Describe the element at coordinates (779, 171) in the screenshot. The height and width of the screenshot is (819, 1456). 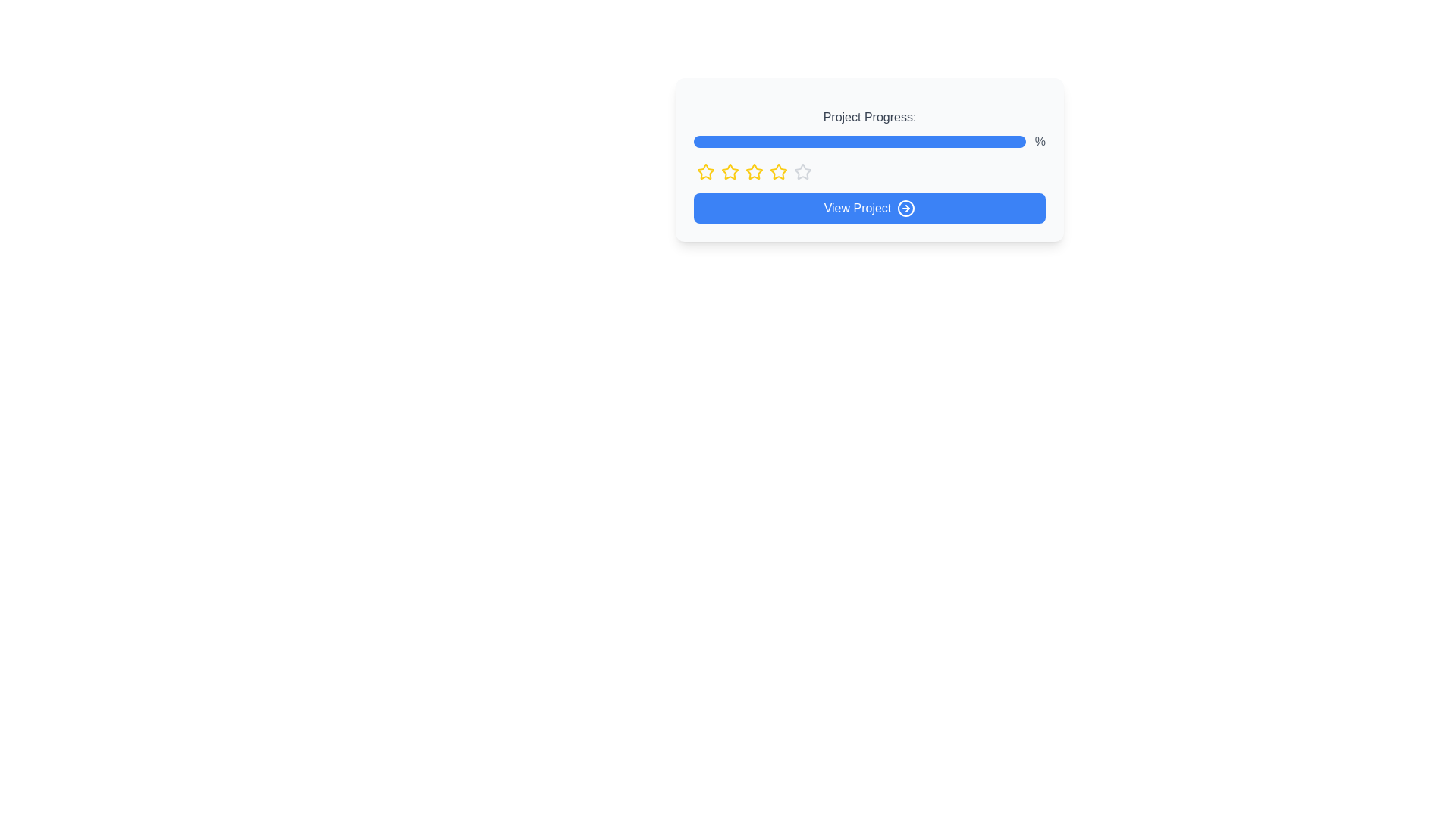
I see `the third rating star icon in the sequence of five` at that location.